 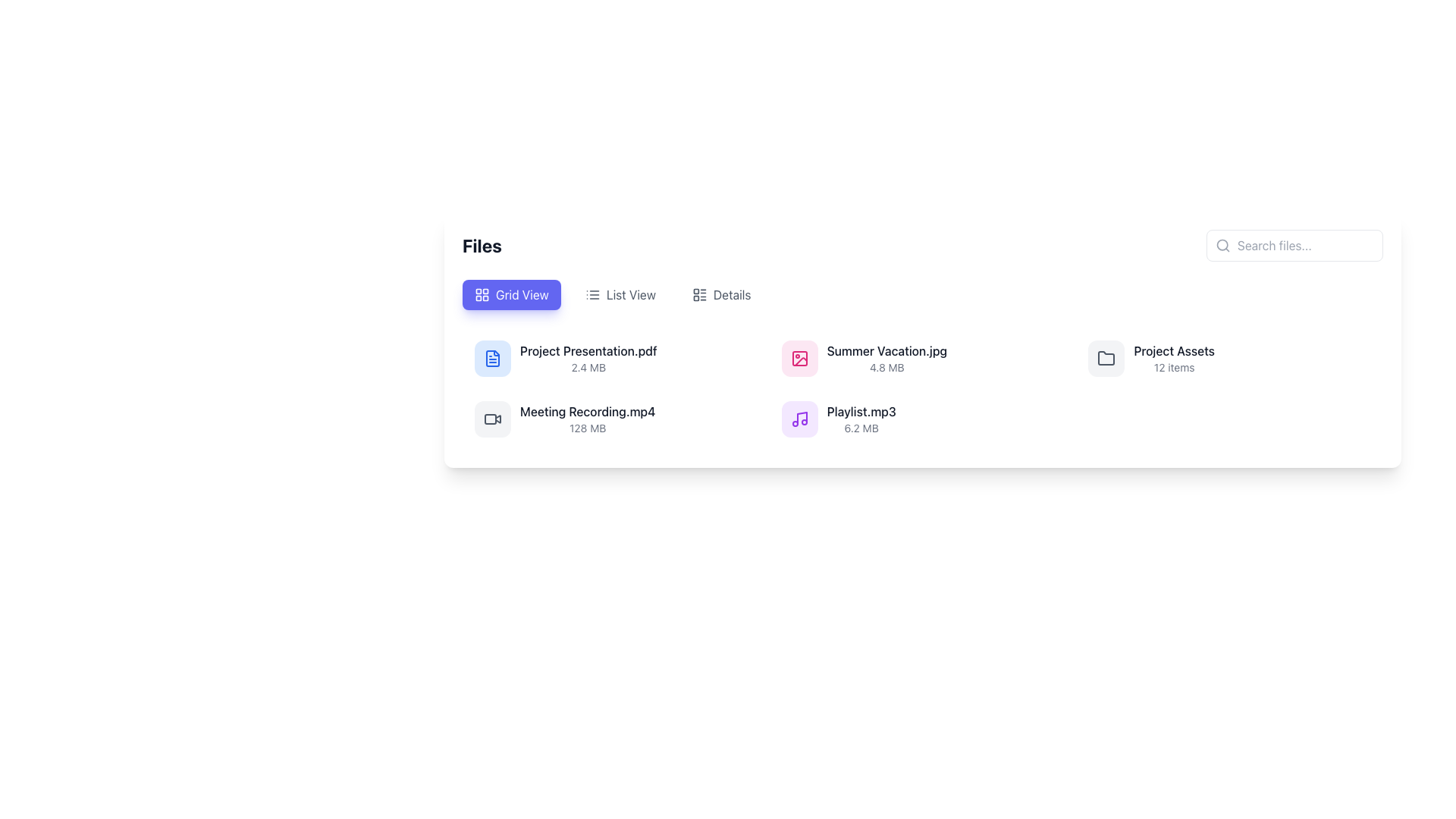 What do you see at coordinates (616, 359) in the screenshot?
I see `the first file list entry in the grid view` at bounding box center [616, 359].